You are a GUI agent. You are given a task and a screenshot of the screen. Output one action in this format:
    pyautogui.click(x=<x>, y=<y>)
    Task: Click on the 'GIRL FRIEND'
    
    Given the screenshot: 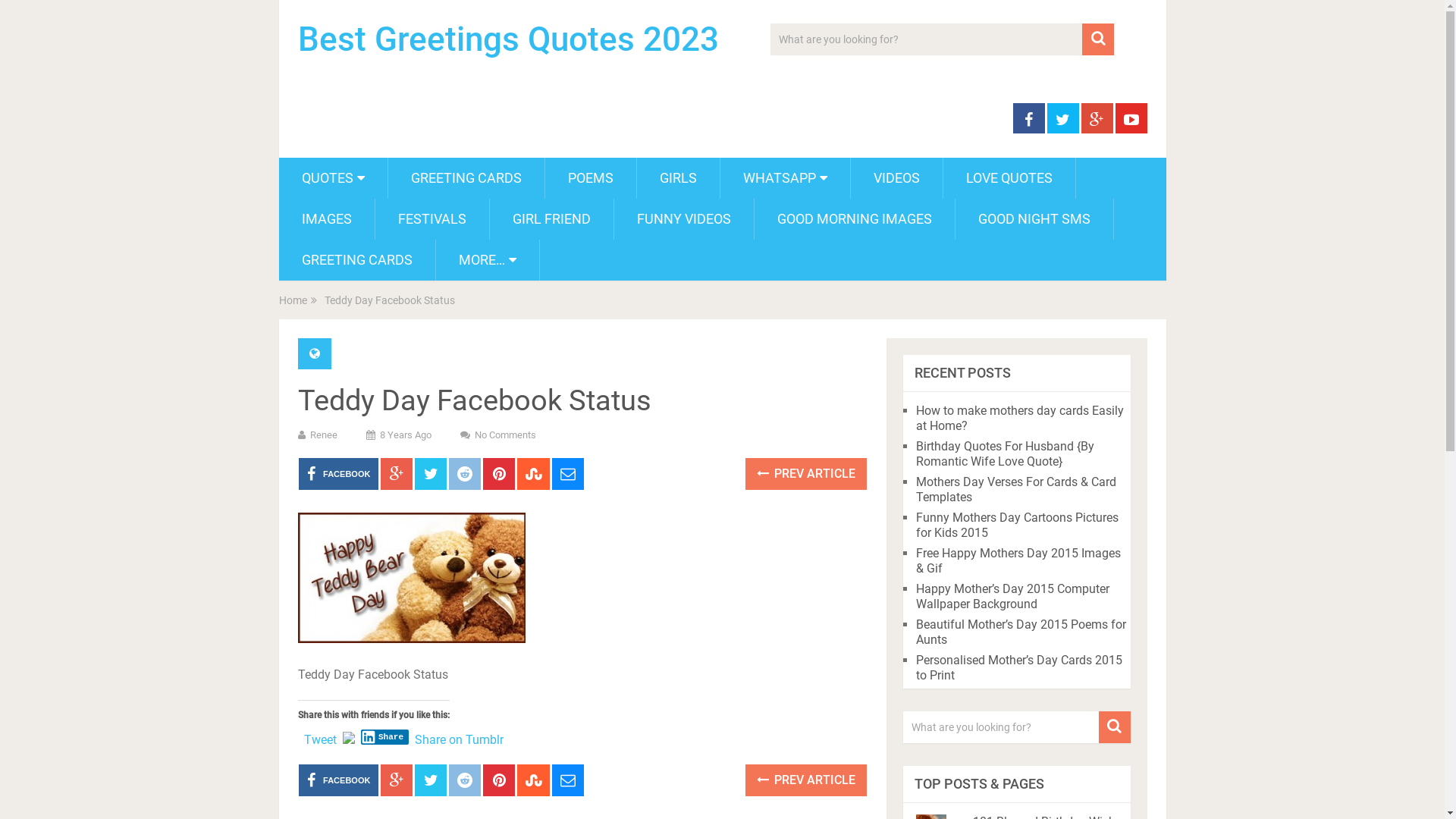 What is the action you would take?
    pyautogui.click(x=490, y=219)
    